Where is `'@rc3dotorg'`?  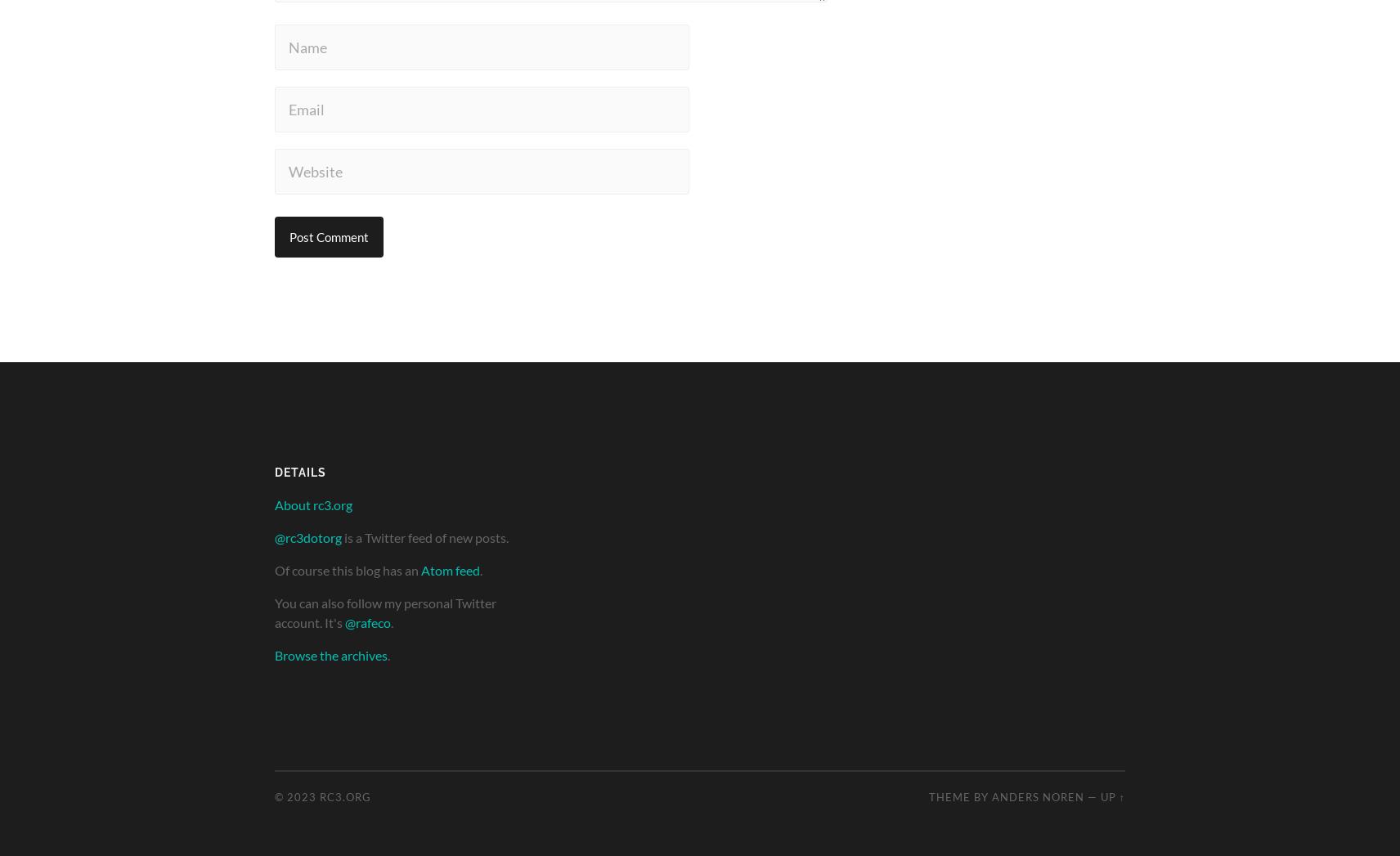
'@rc3dotorg' is located at coordinates (307, 536).